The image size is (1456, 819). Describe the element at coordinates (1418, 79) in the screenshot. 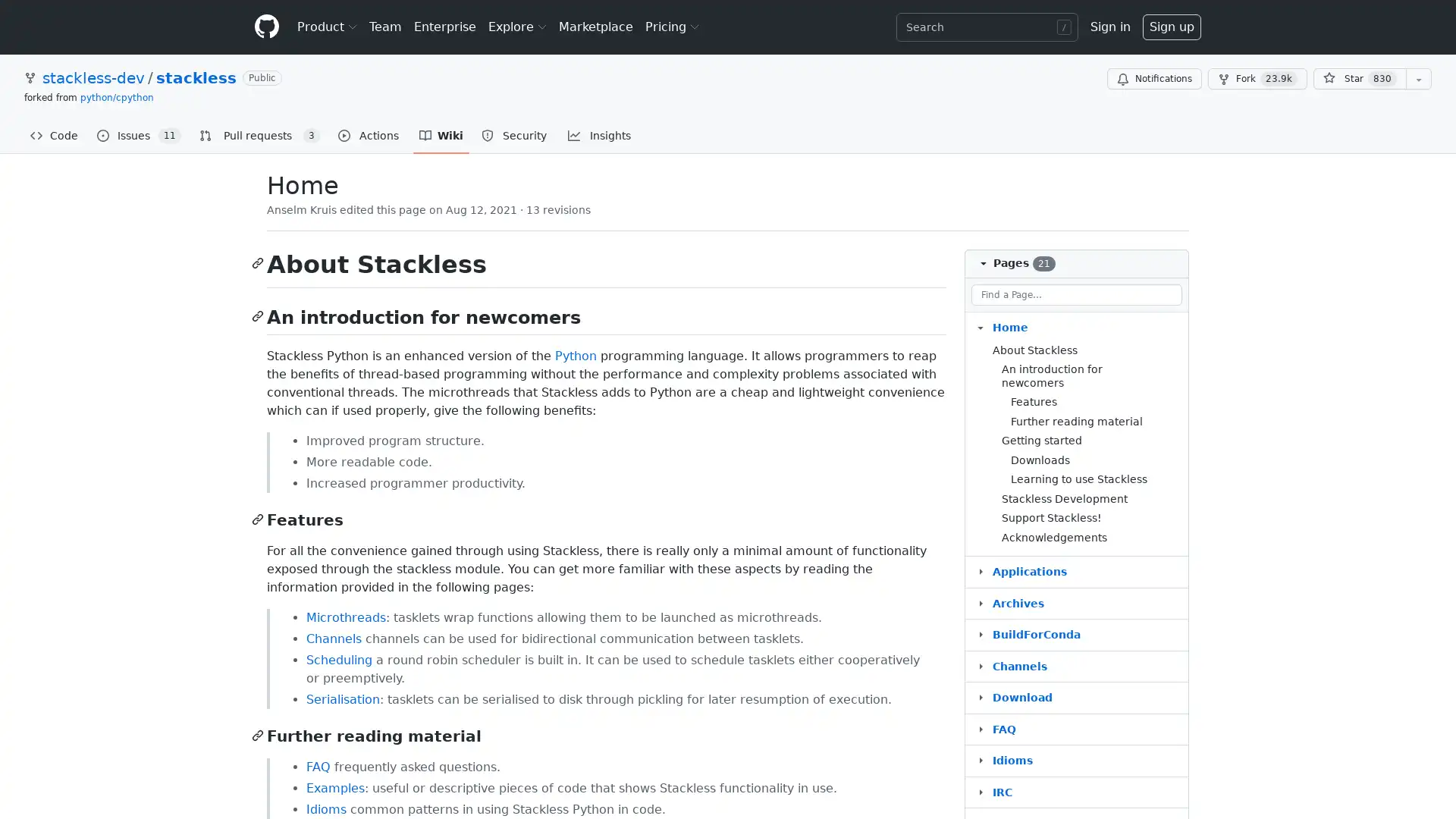

I see `You must be signed in to add this repository to a list` at that location.